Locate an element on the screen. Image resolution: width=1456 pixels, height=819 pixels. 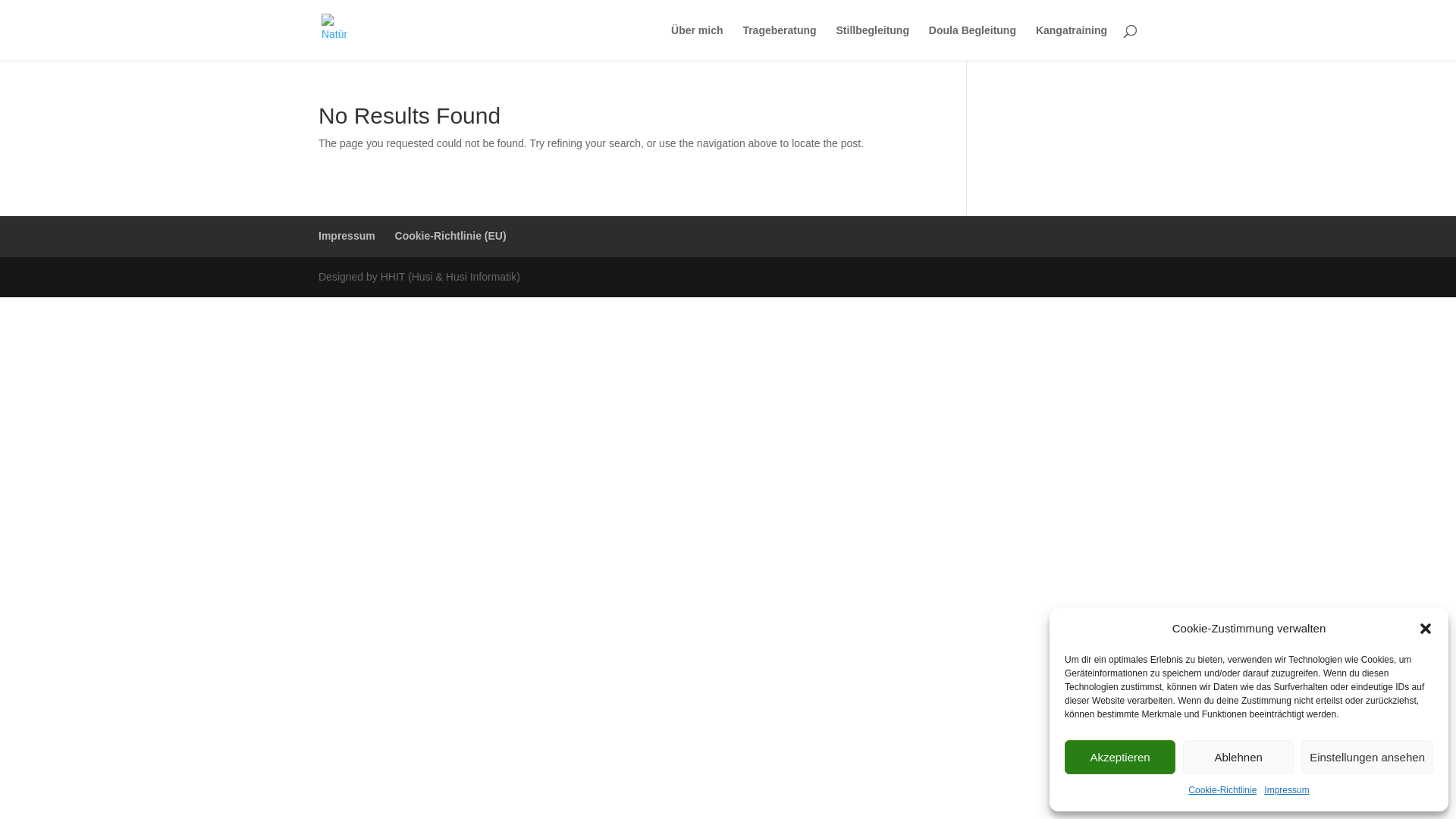
'Doula Begleitung' is located at coordinates (972, 42).